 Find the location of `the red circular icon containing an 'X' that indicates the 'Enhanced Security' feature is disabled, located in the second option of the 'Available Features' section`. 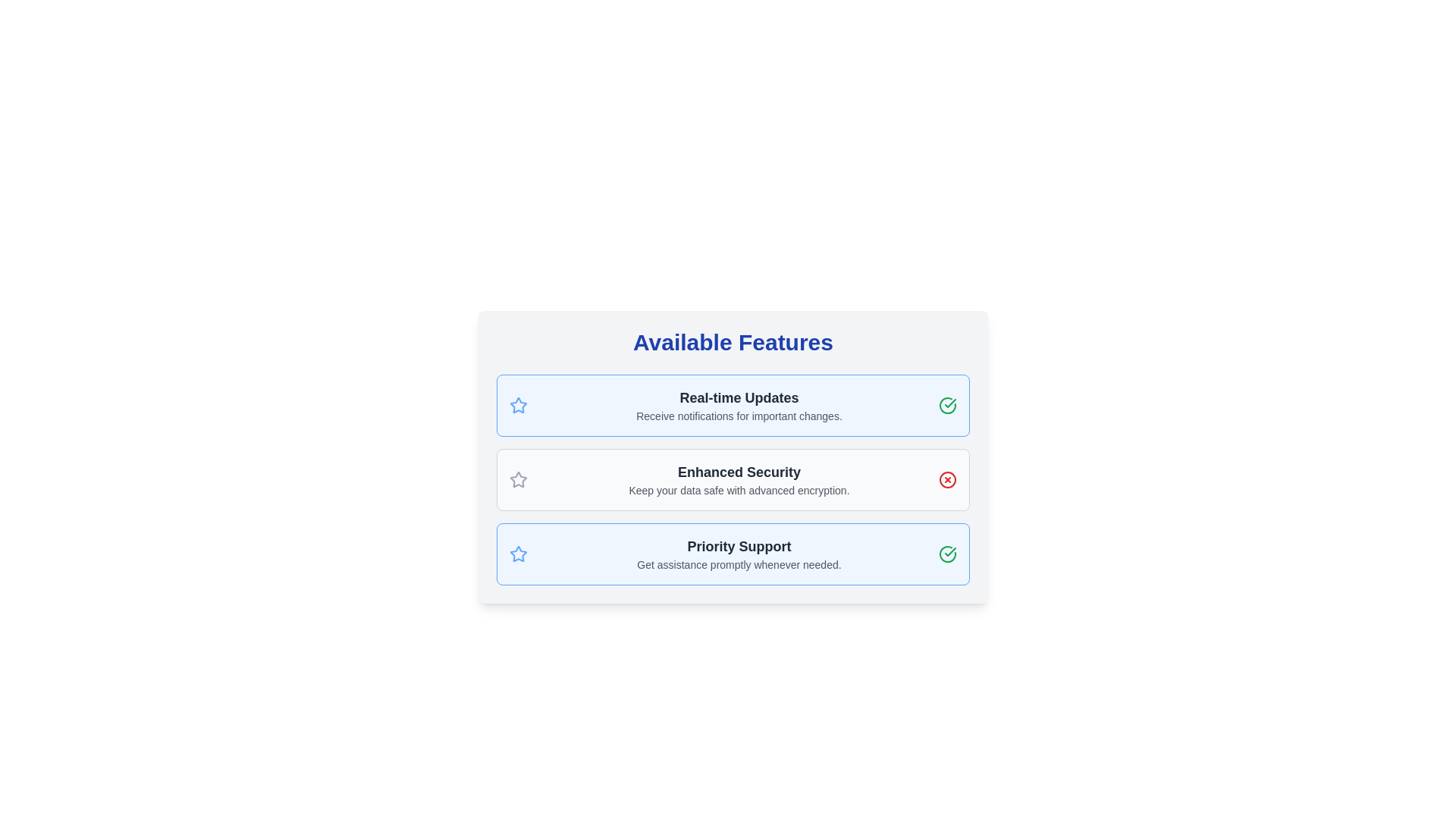

the red circular icon containing an 'X' that indicates the 'Enhanced Security' feature is disabled, located in the second option of the 'Available Features' section is located at coordinates (946, 479).